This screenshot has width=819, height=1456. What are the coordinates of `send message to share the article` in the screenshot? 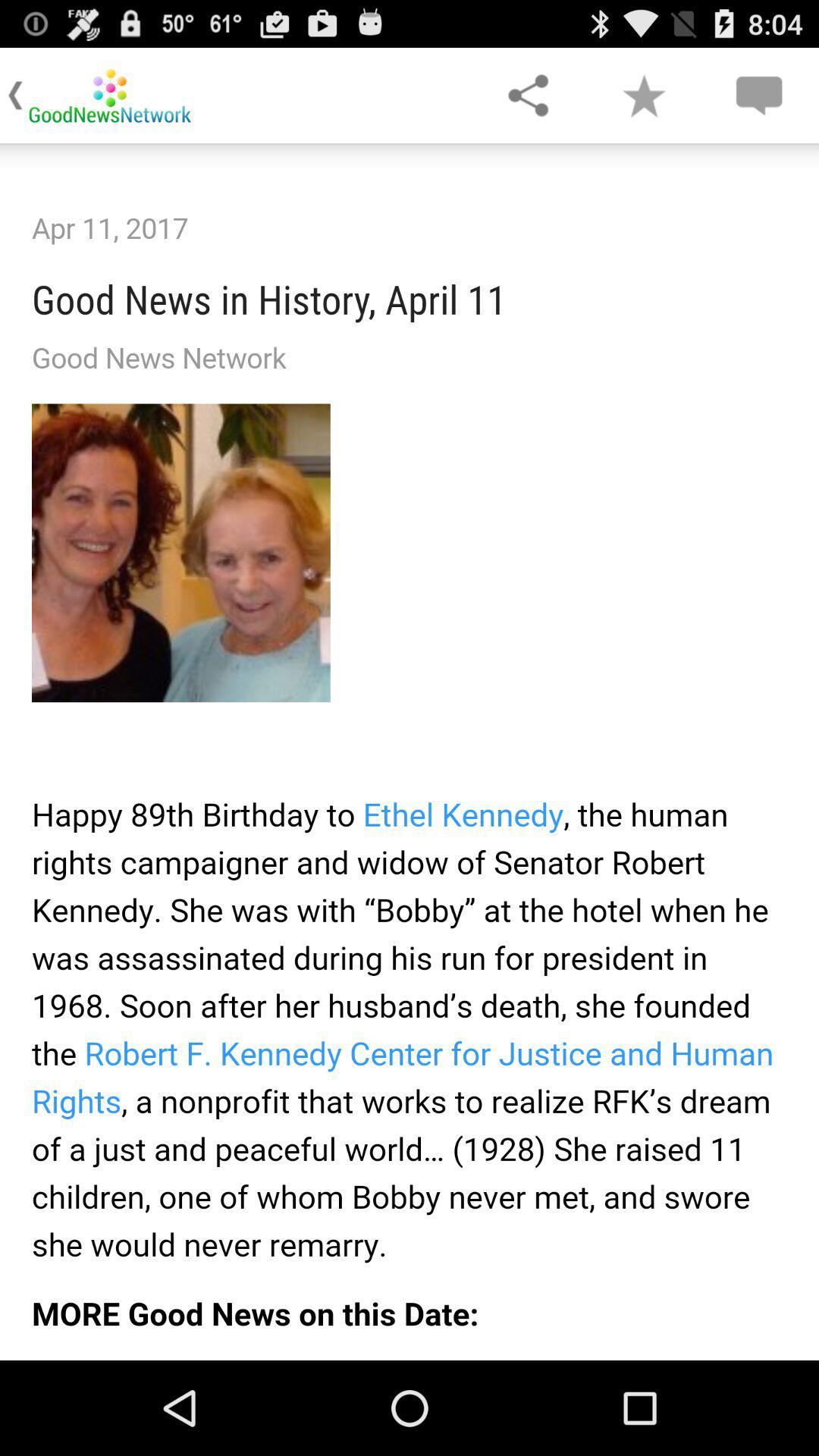 It's located at (758, 94).